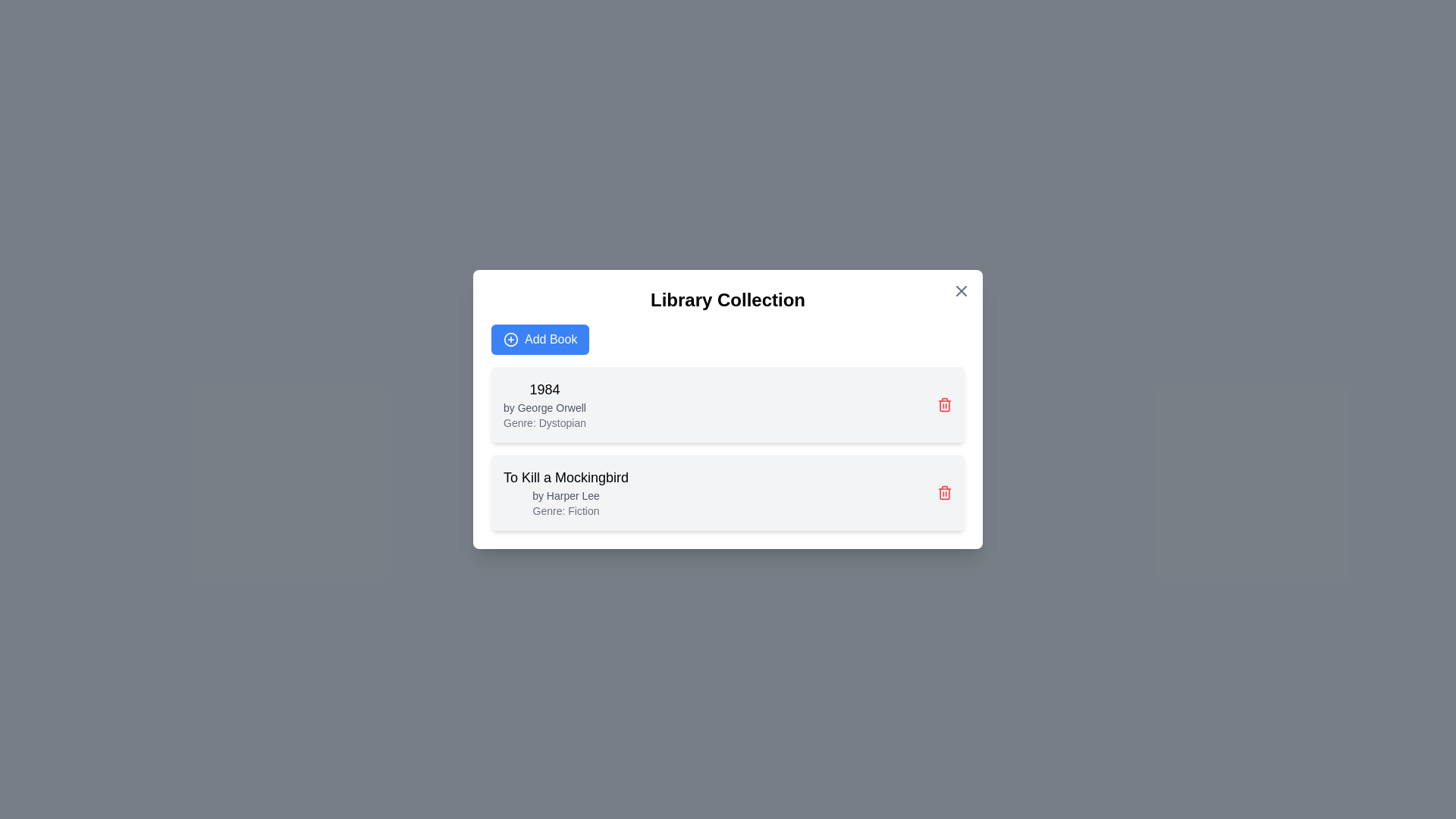  I want to click on the static text element that displays 'Genre: Dystopian', which is styled with a smaller font size and gray color, located under the book title '1984', so click(544, 423).